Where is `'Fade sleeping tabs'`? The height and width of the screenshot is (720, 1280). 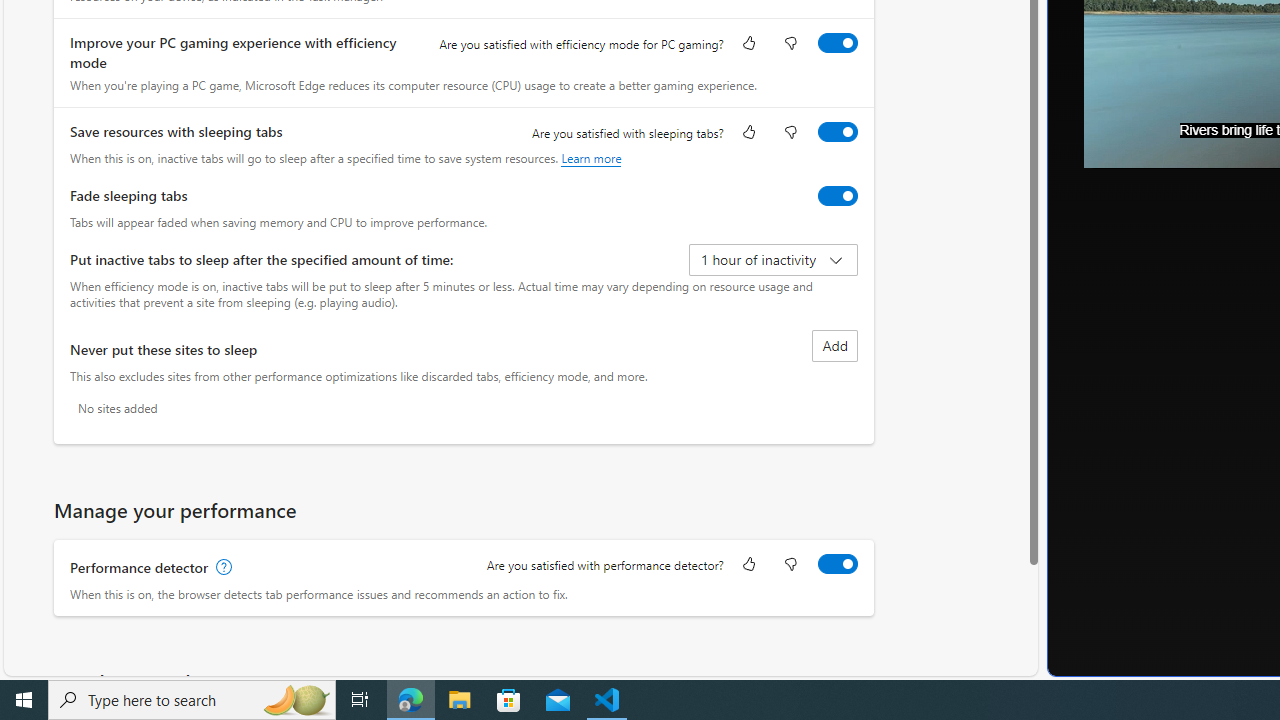
'Fade sleeping tabs' is located at coordinates (837, 195).